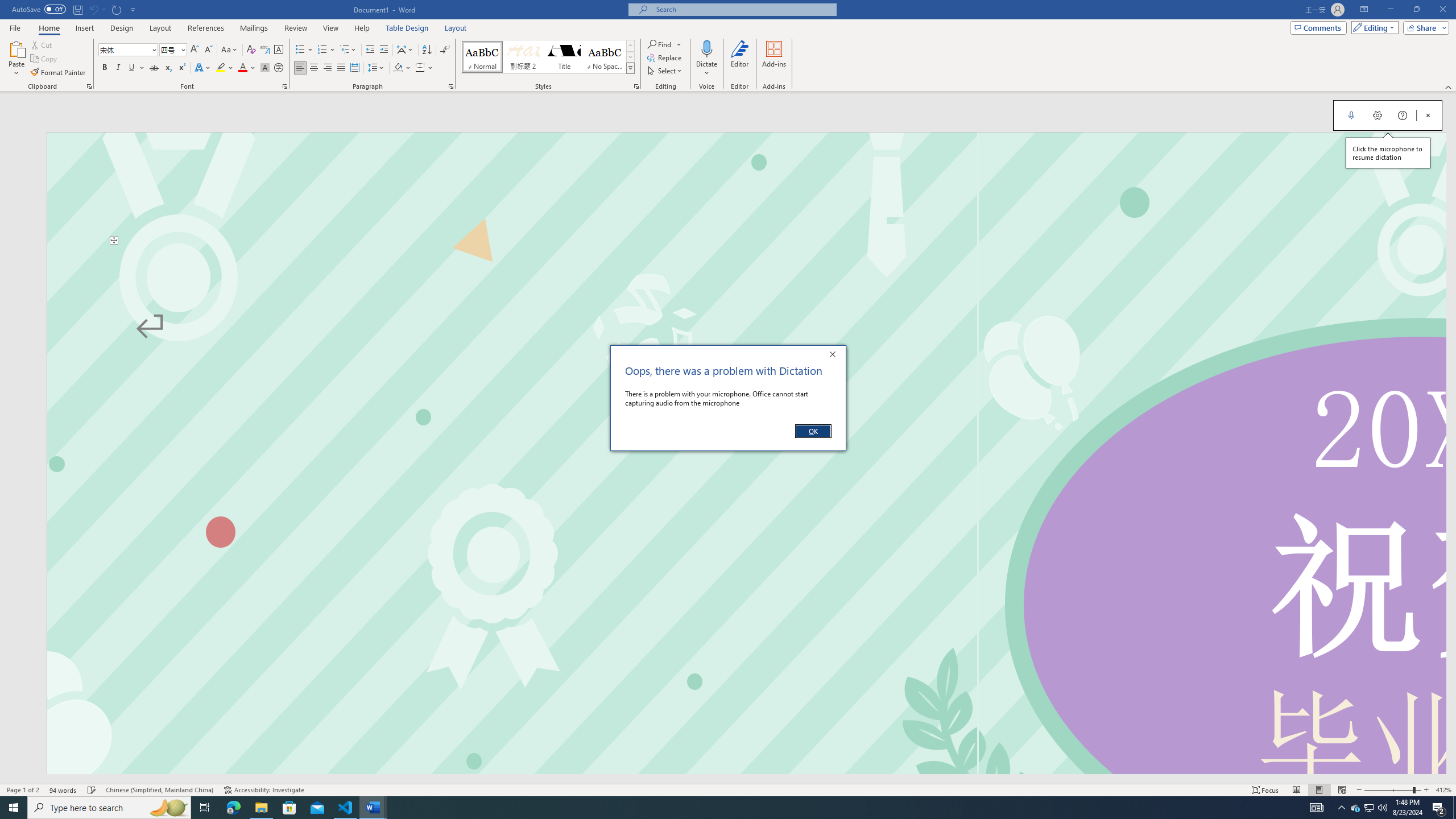  I want to click on 'Page Number Page 1 of 2', so click(23, 790).